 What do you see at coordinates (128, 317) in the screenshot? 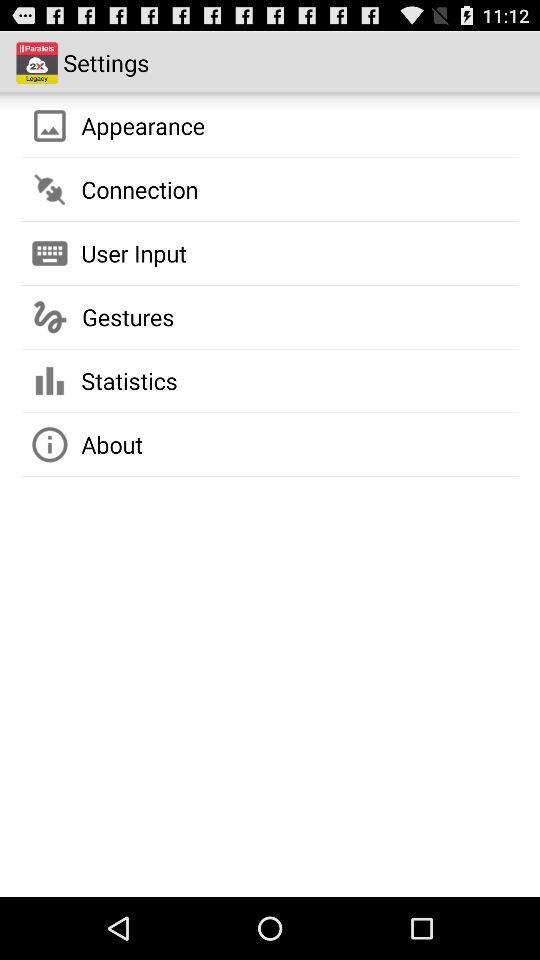
I see `the gestures` at bounding box center [128, 317].